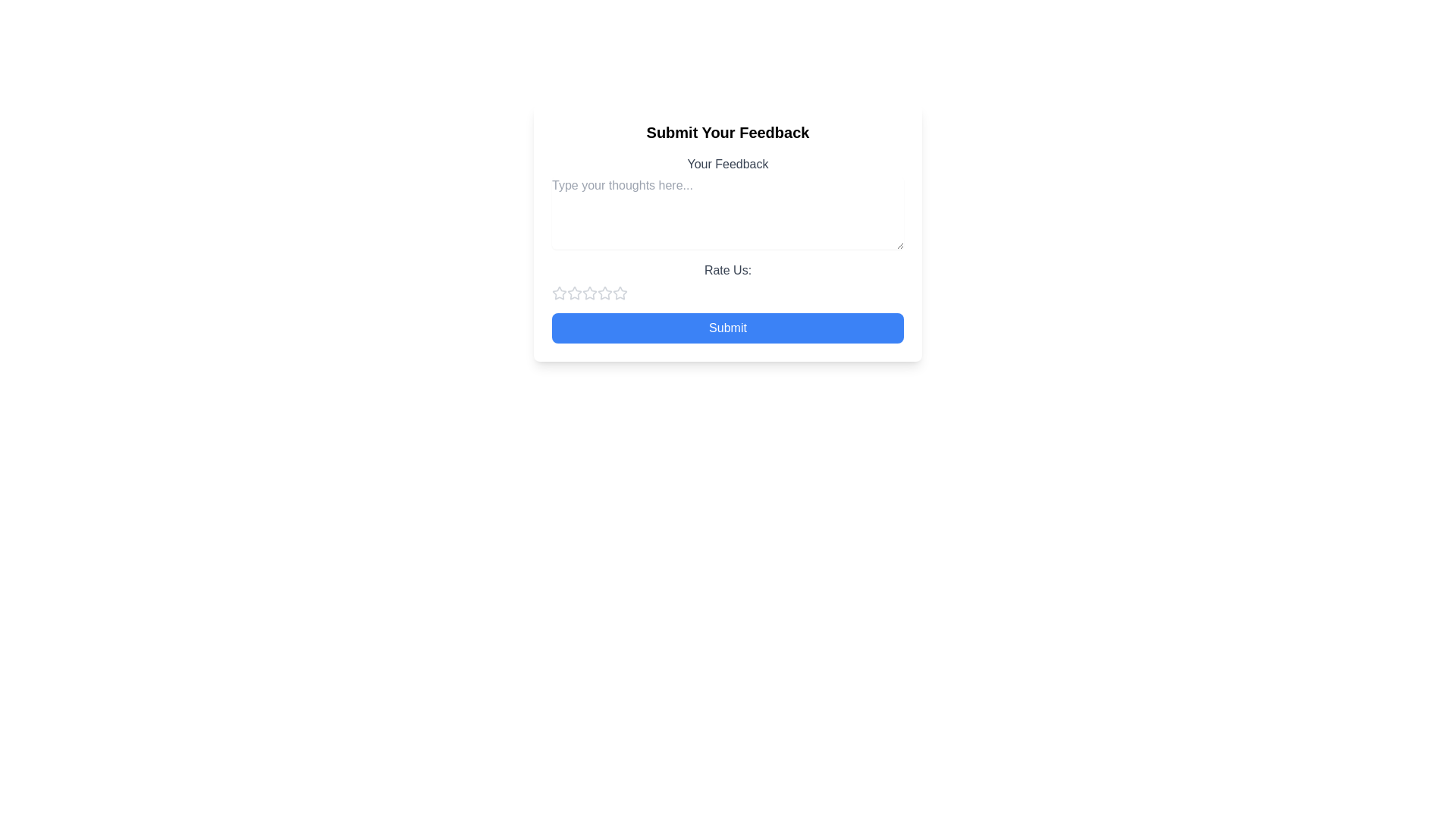  What do you see at coordinates (728, 281) in the screenshot?
I see `the 'Rate Us:' text label, which is positioned above the star rating buttons in the feedback form` at bounding box center [728, 281].